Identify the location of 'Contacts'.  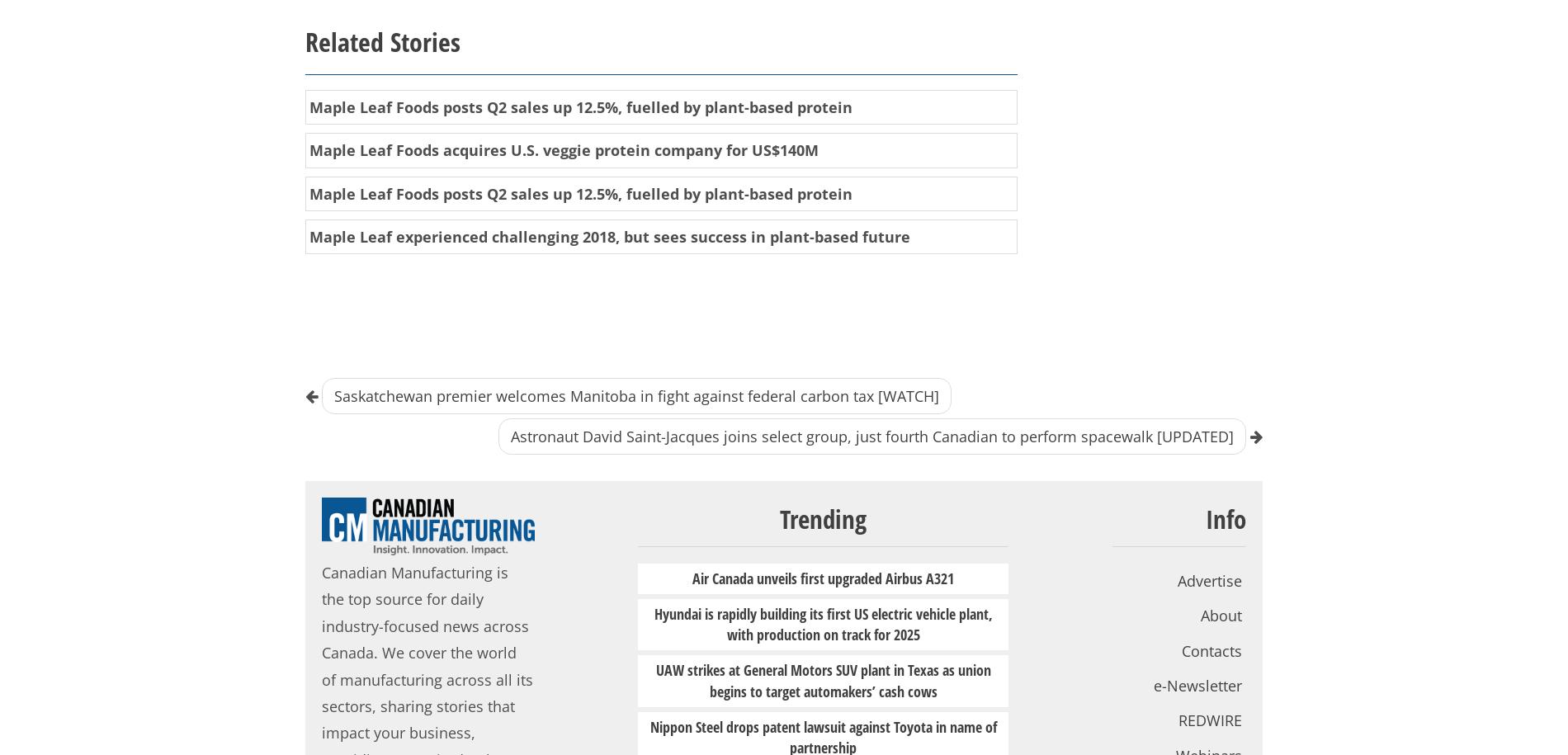
(1211, 649).